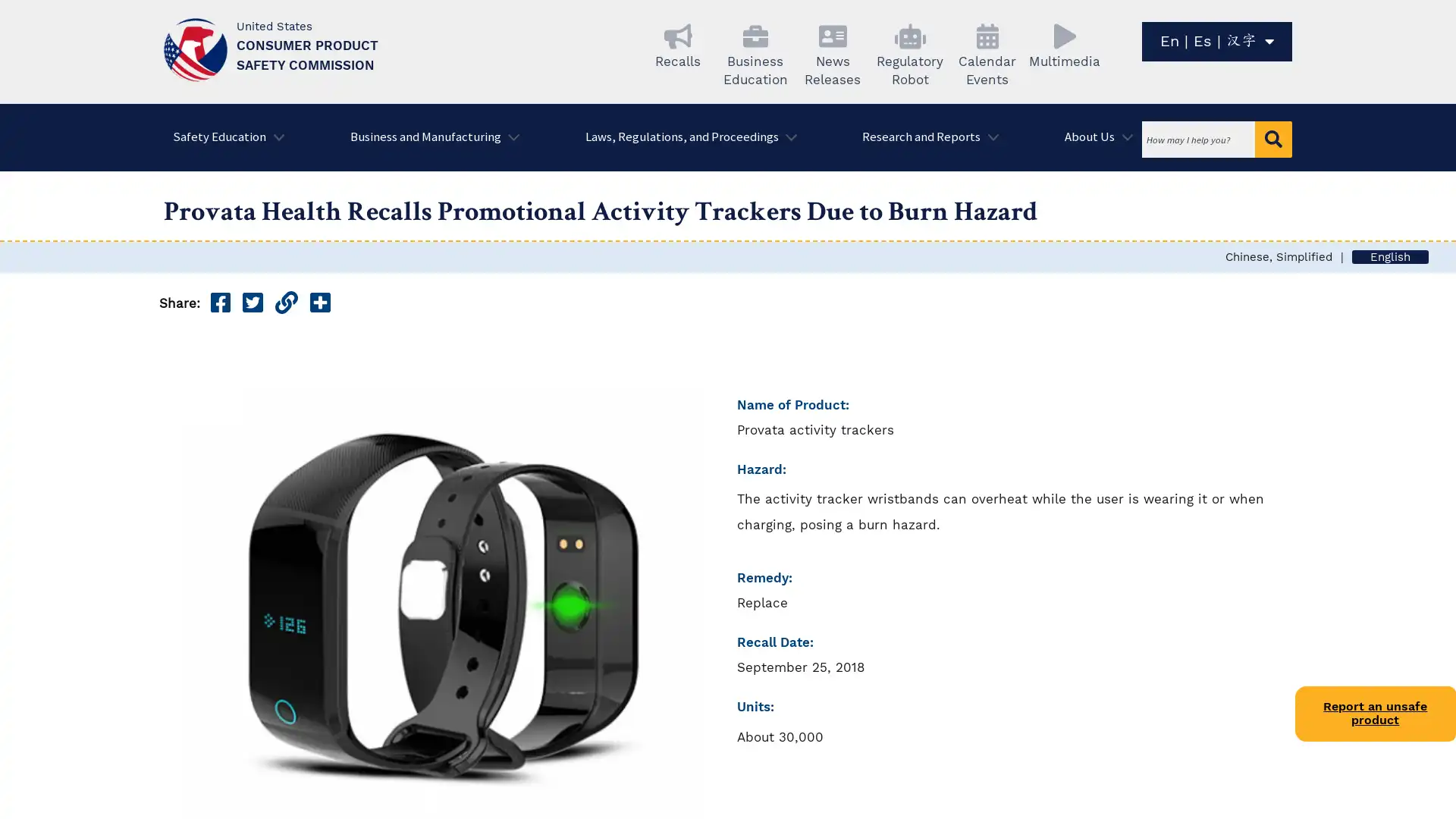  I want to click on About Us, so click(1094, 137).